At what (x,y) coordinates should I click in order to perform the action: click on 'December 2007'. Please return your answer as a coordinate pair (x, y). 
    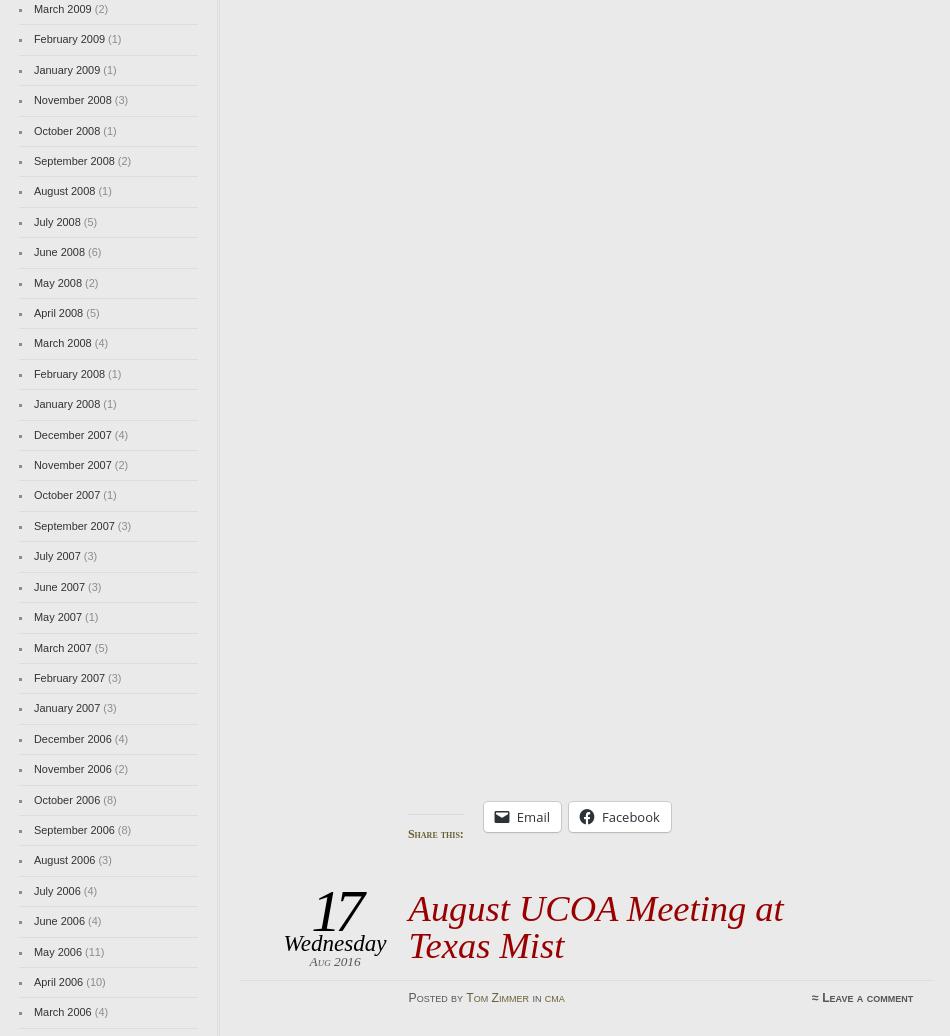
    Looking at the image, I should click on (72, 433).